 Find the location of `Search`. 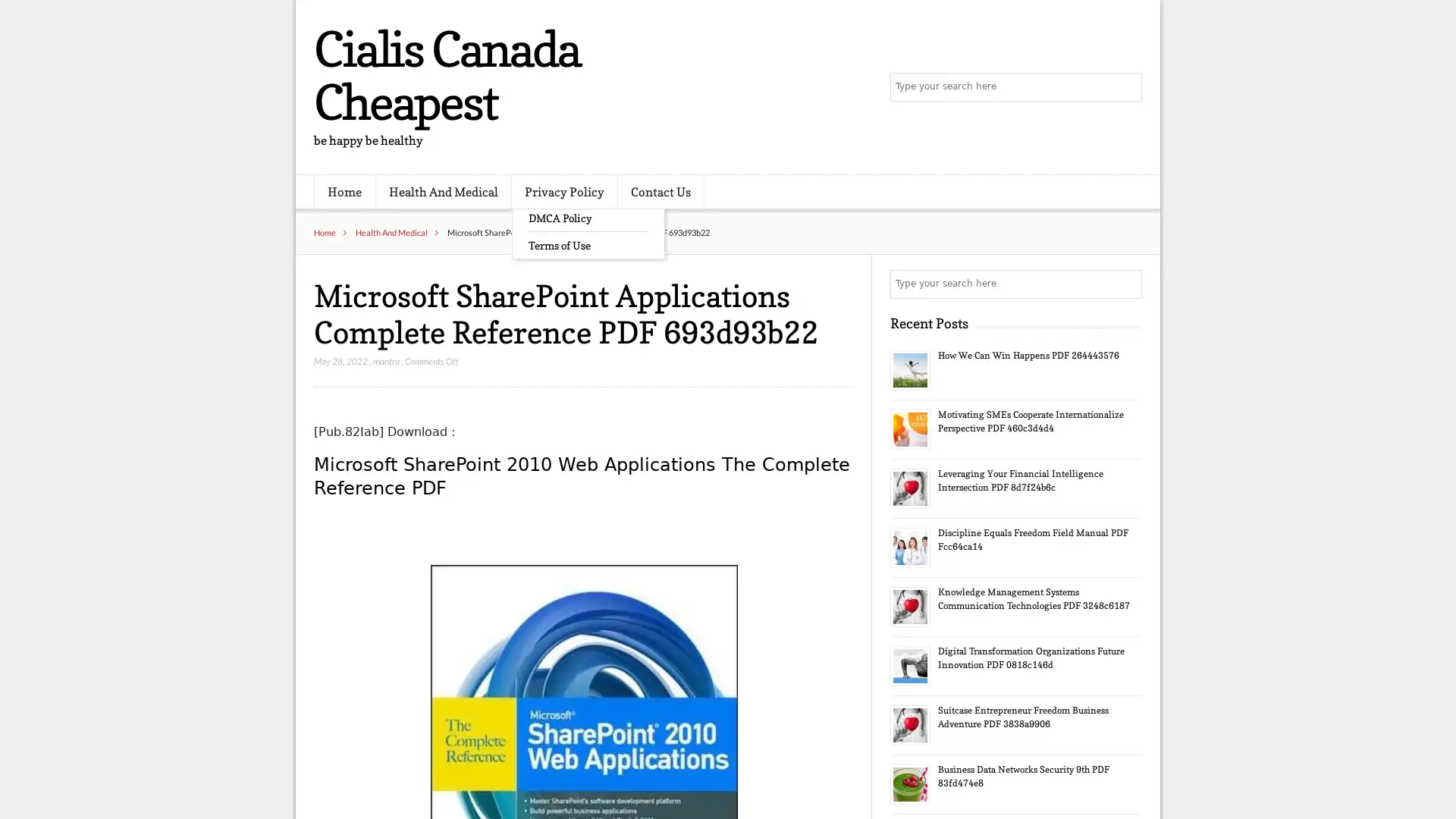

Search is located at coordinates (1126, 87).